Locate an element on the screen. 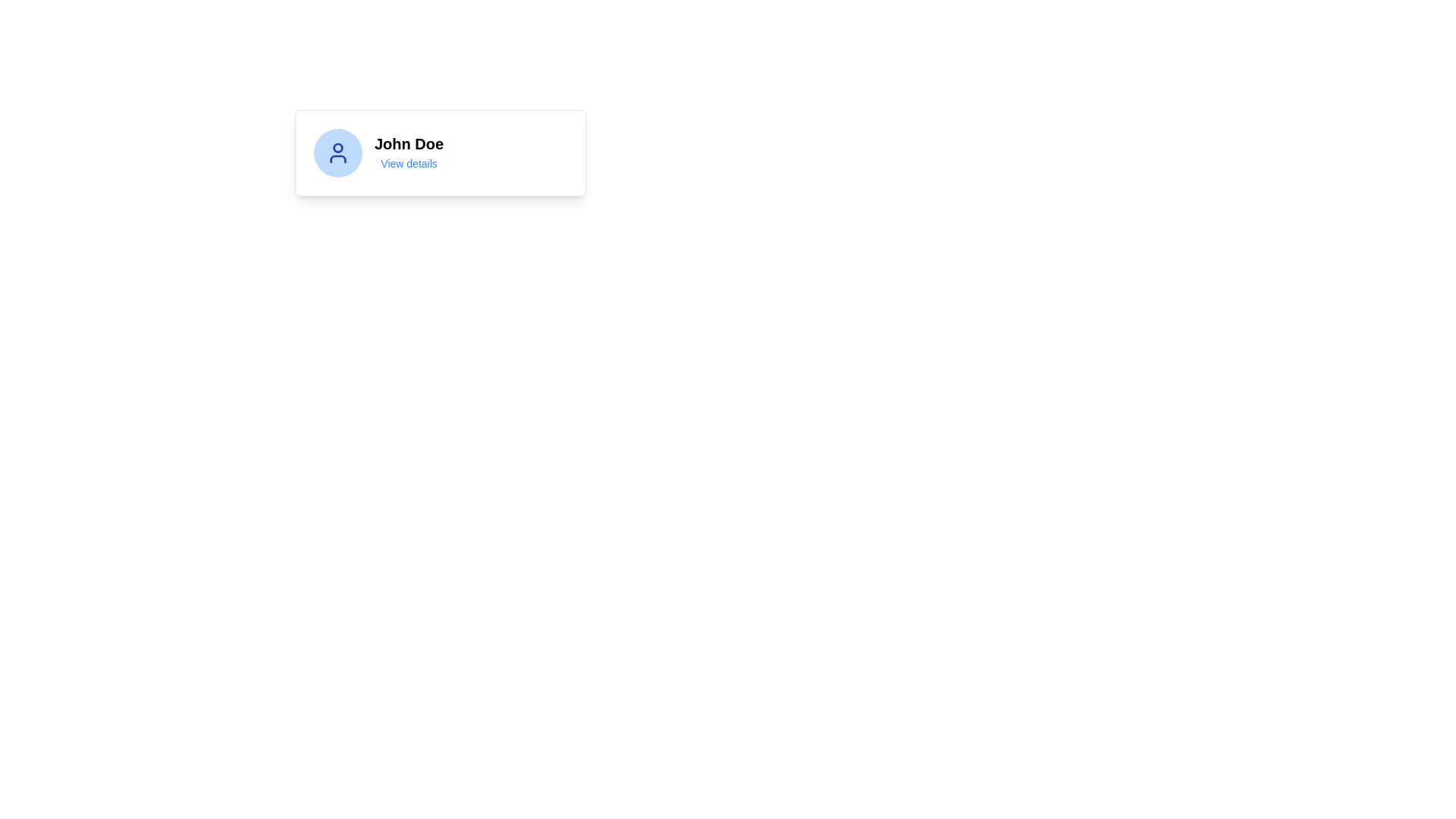 The width and height of the screenshot is (1456, 819). the small circular SVG shape representing the user's avatar, located to the left of the text 'John Doe' is located at coordinates (337, 148).